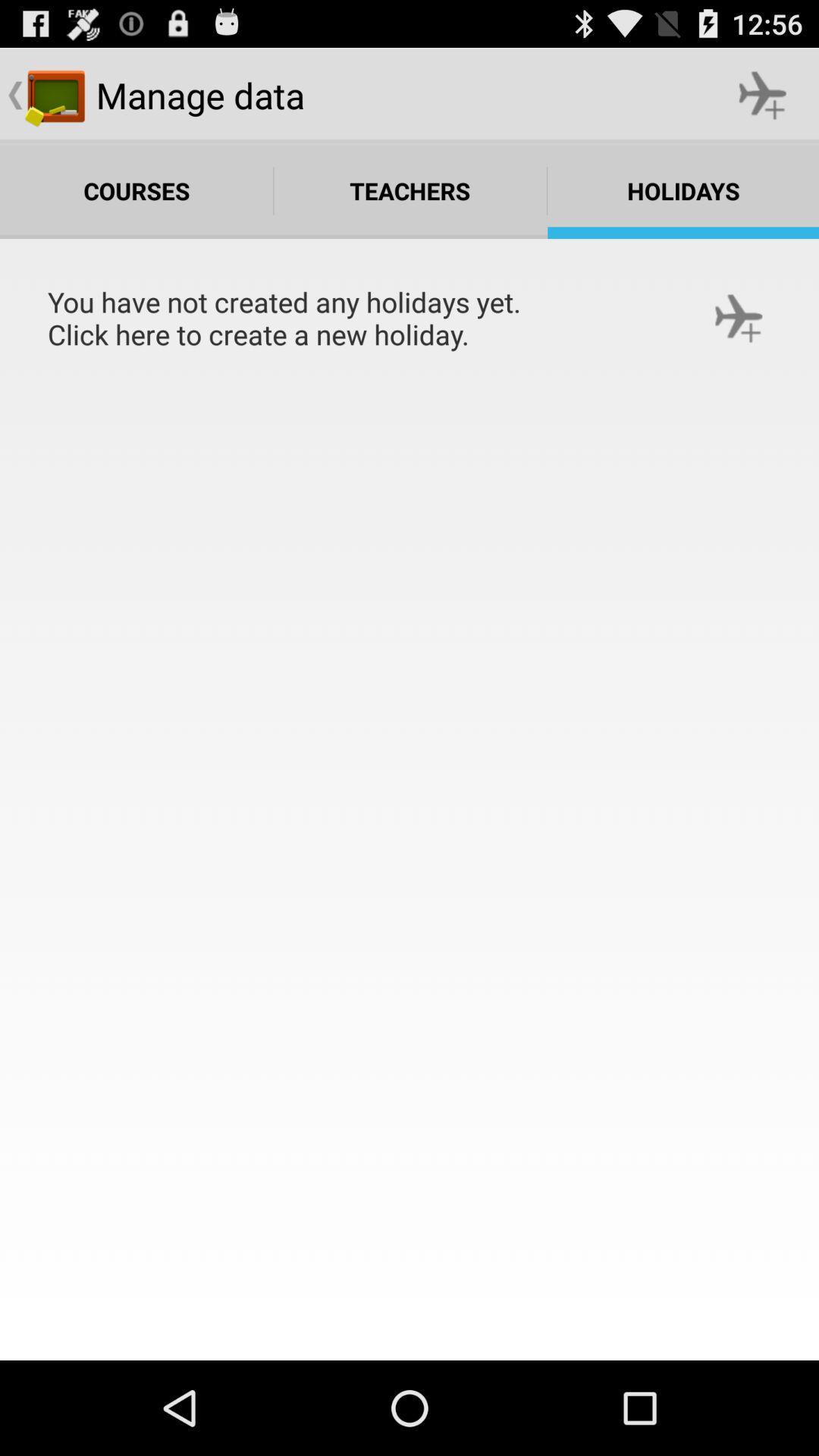 The image size is (819, 1456). I want to click on the app next to the manage data item, so click(763, 94).